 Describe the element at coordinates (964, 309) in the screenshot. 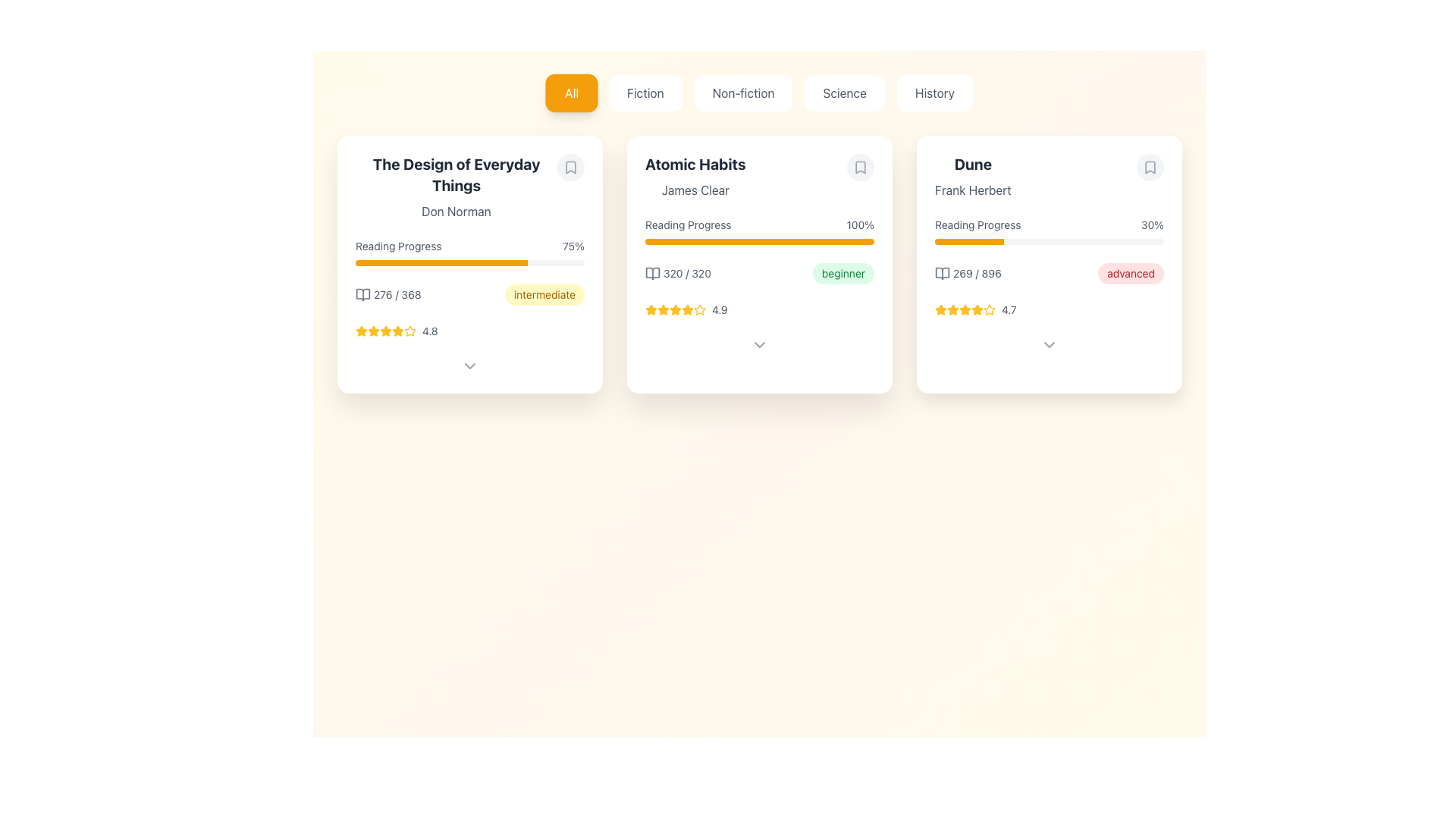

I see `the rating value by focusing on the fourth star-shaped icon with a yellow fill in the rating section of the 'Dune' book card` at that location.